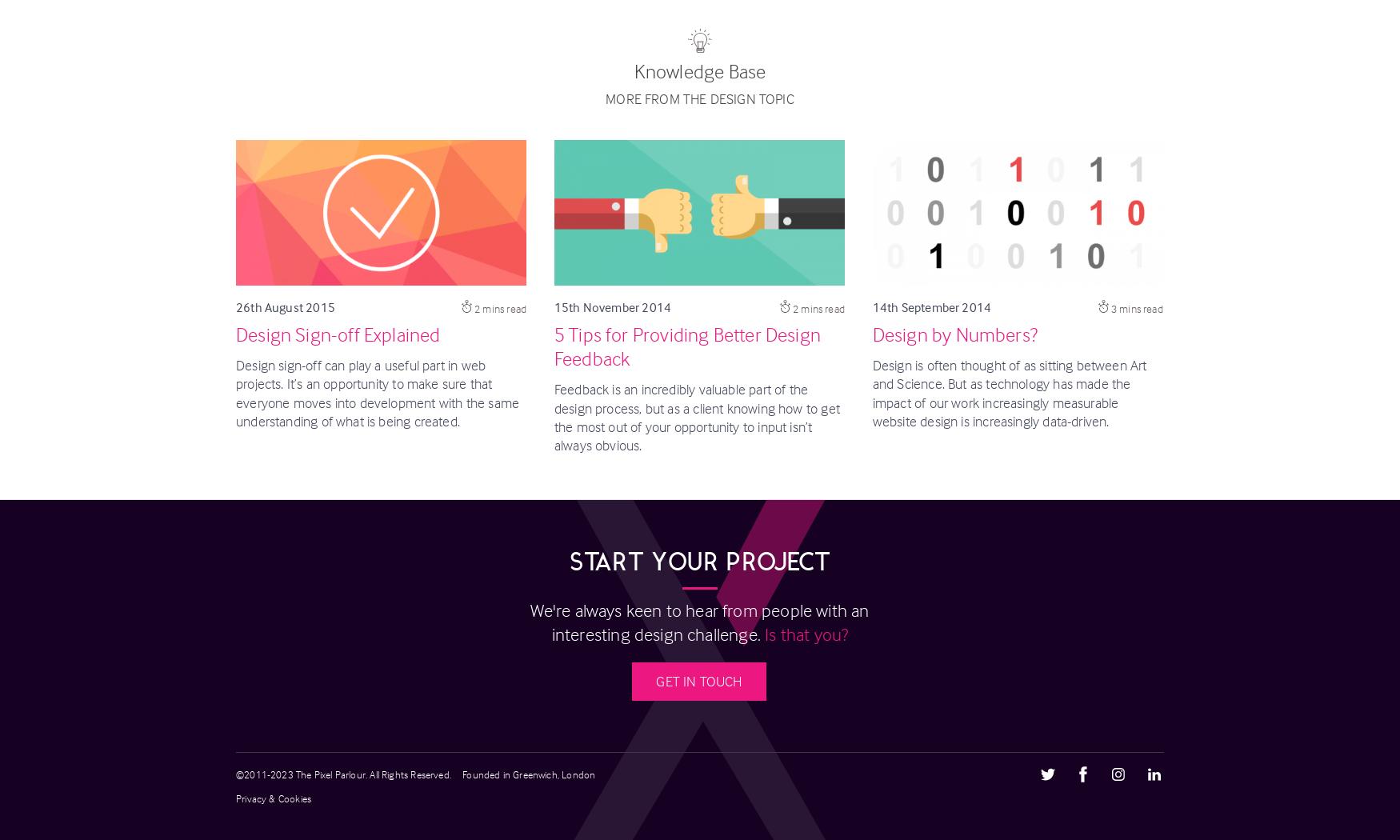 The image size is (1400, 840). Describe the element at coordinates (872, 306) in the screenshot. I see `'14th September 2014'` at that location.